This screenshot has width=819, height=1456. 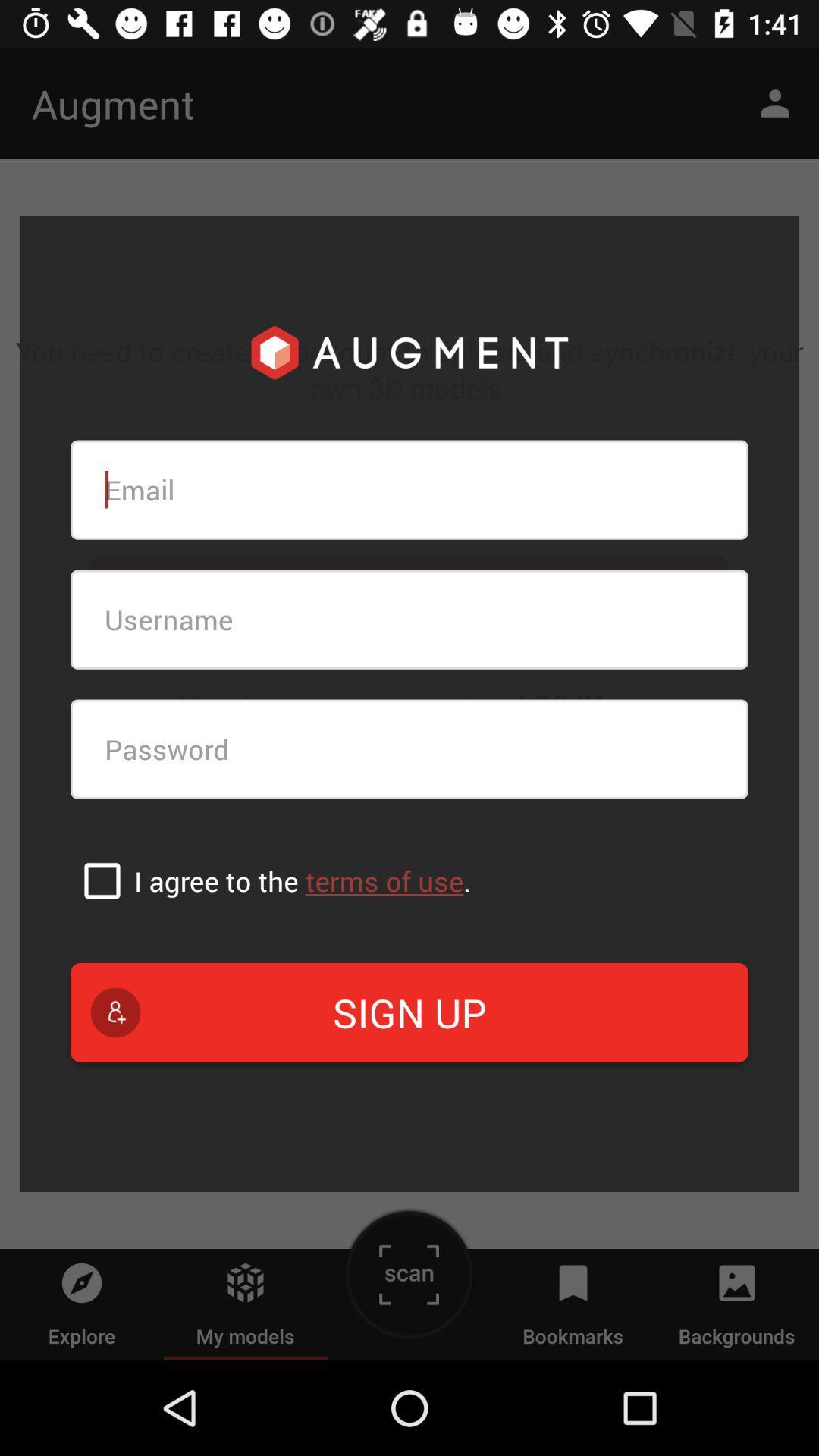 What do you see at coordinates (409, 620) in the screenshot?
I see `the username` at bounding box center [409, 620].